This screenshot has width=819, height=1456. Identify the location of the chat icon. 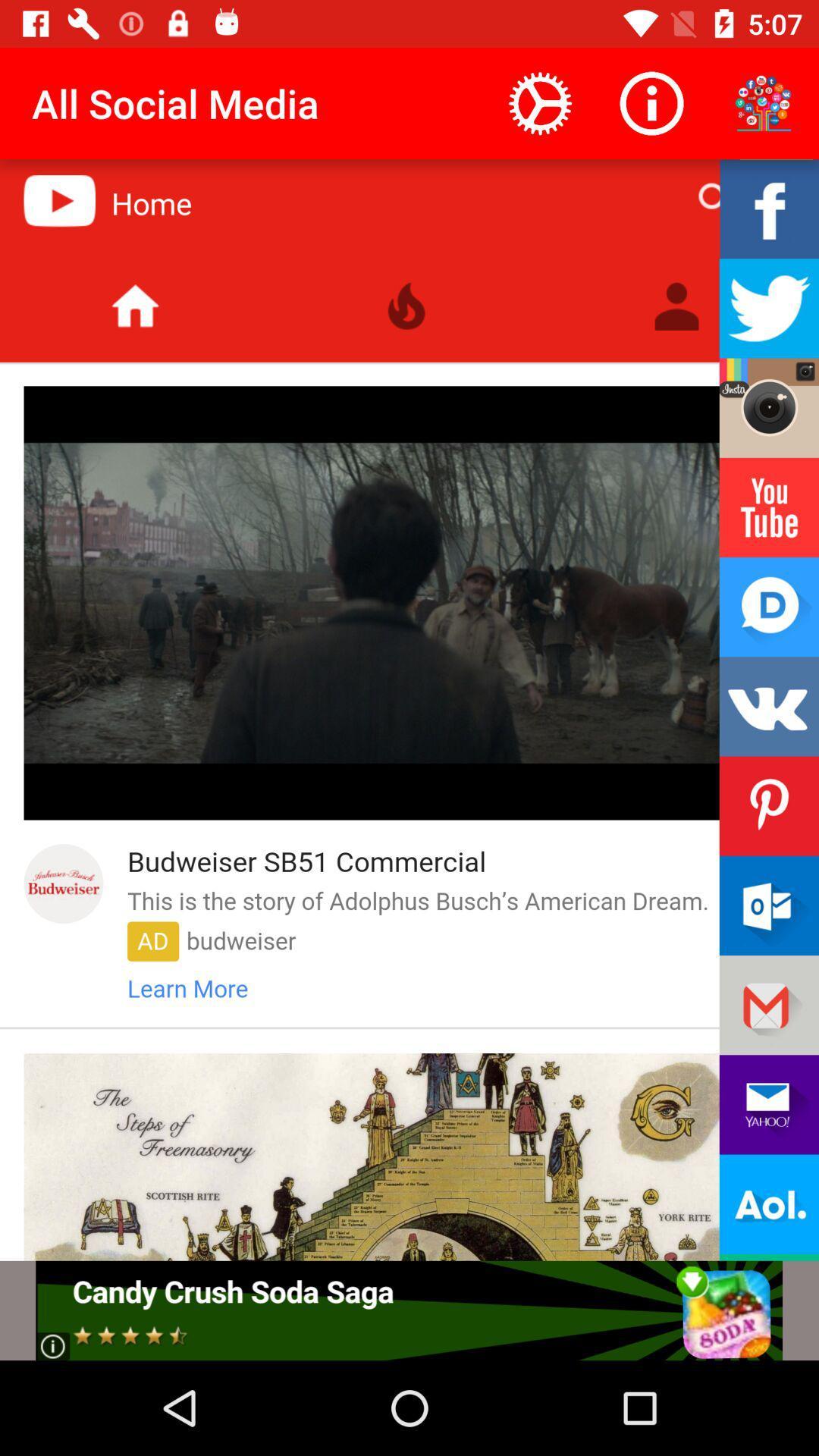
(769, 607).